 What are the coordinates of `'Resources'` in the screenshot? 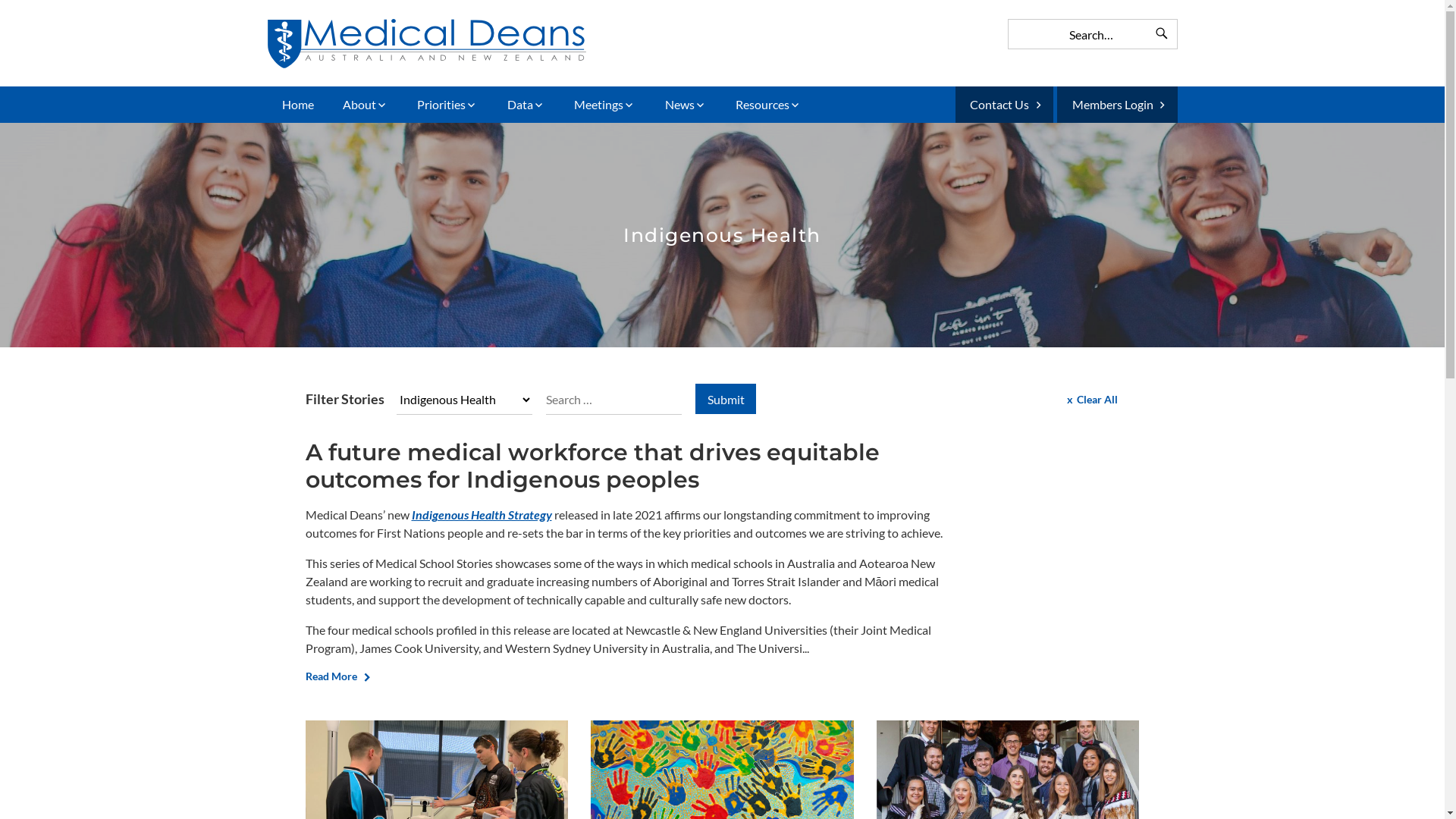 It's located at (768, 104).